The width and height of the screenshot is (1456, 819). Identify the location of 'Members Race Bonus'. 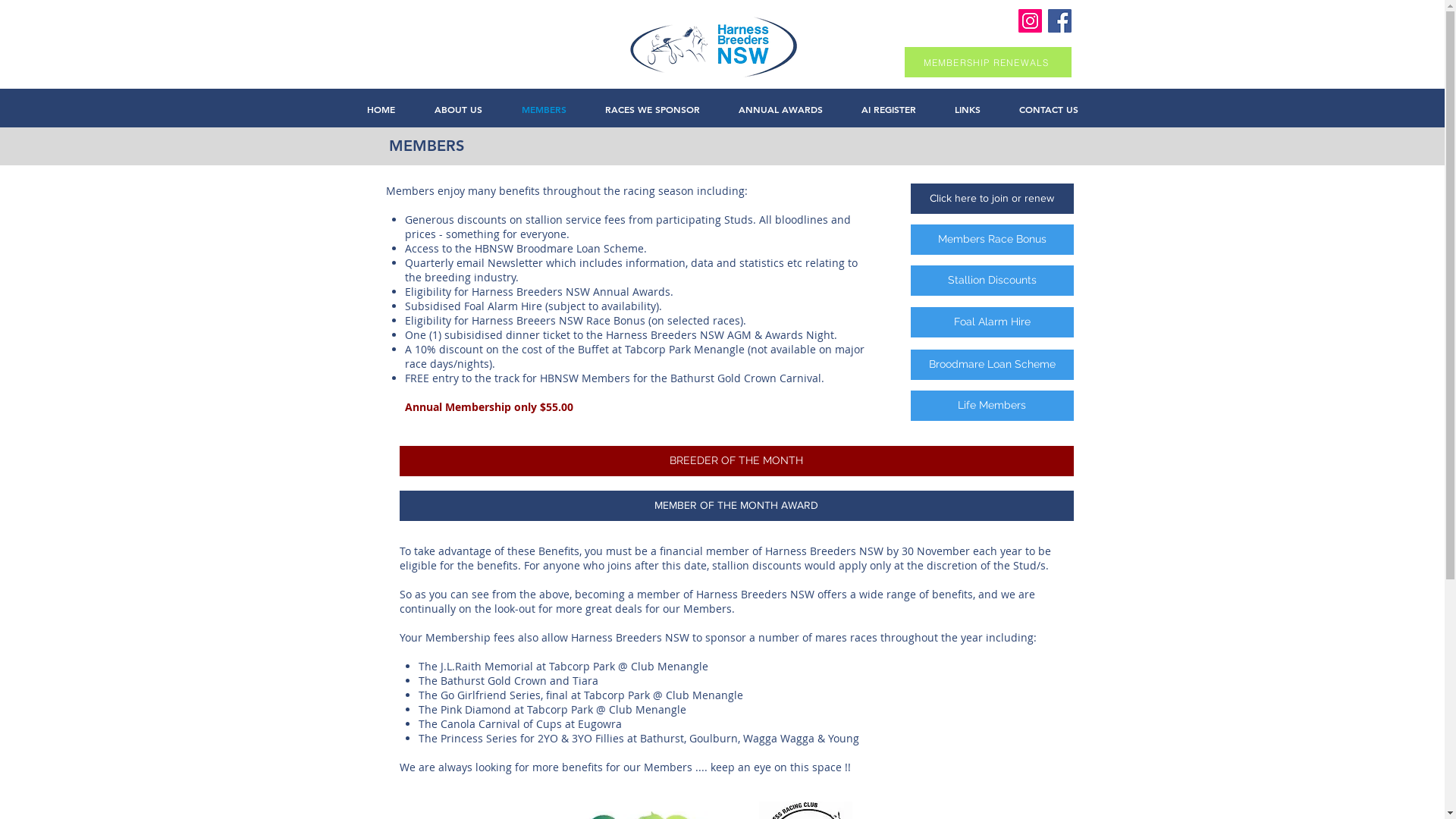
(991, 239).